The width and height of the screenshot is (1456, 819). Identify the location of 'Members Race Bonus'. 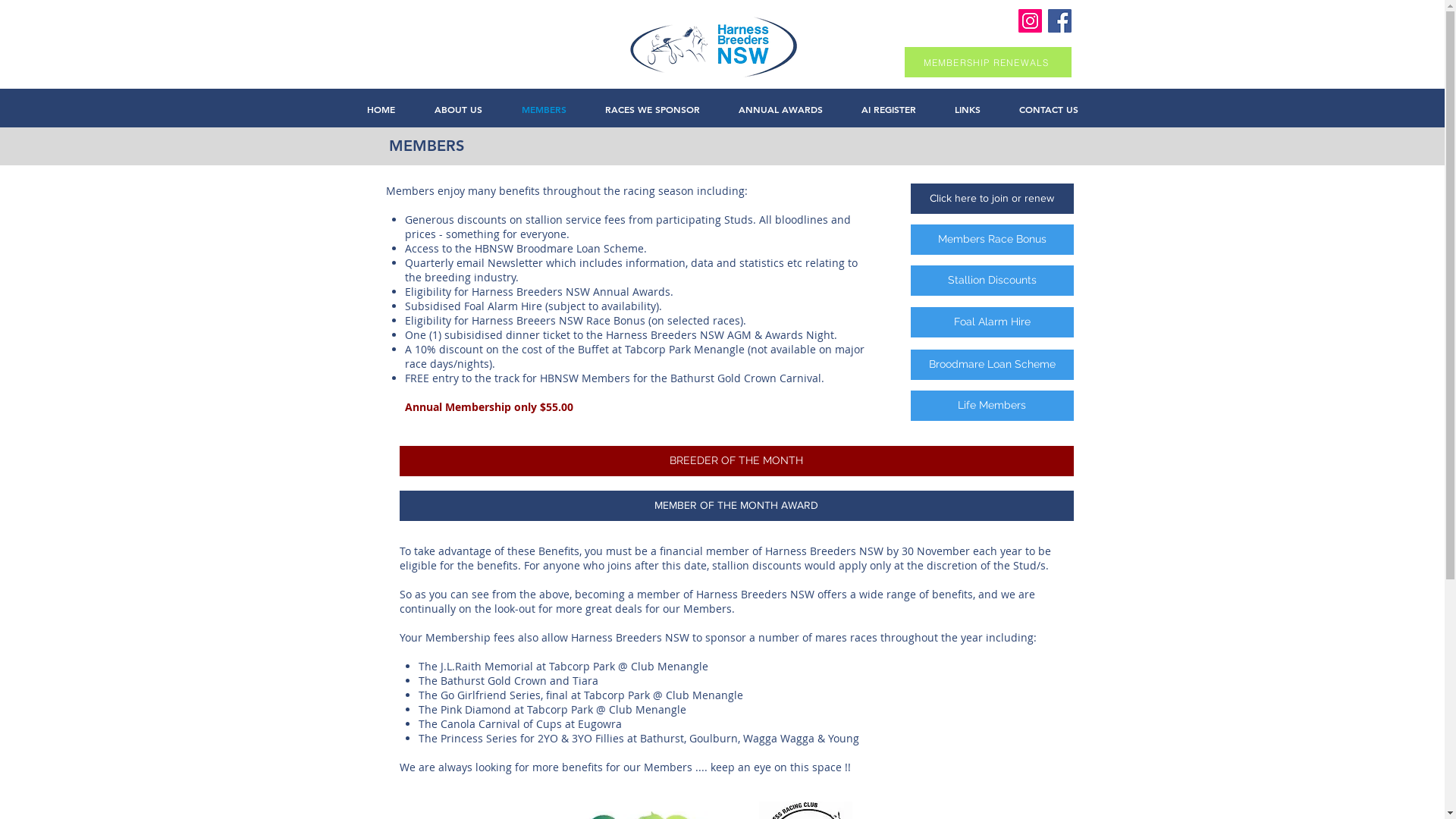
(991, 239).